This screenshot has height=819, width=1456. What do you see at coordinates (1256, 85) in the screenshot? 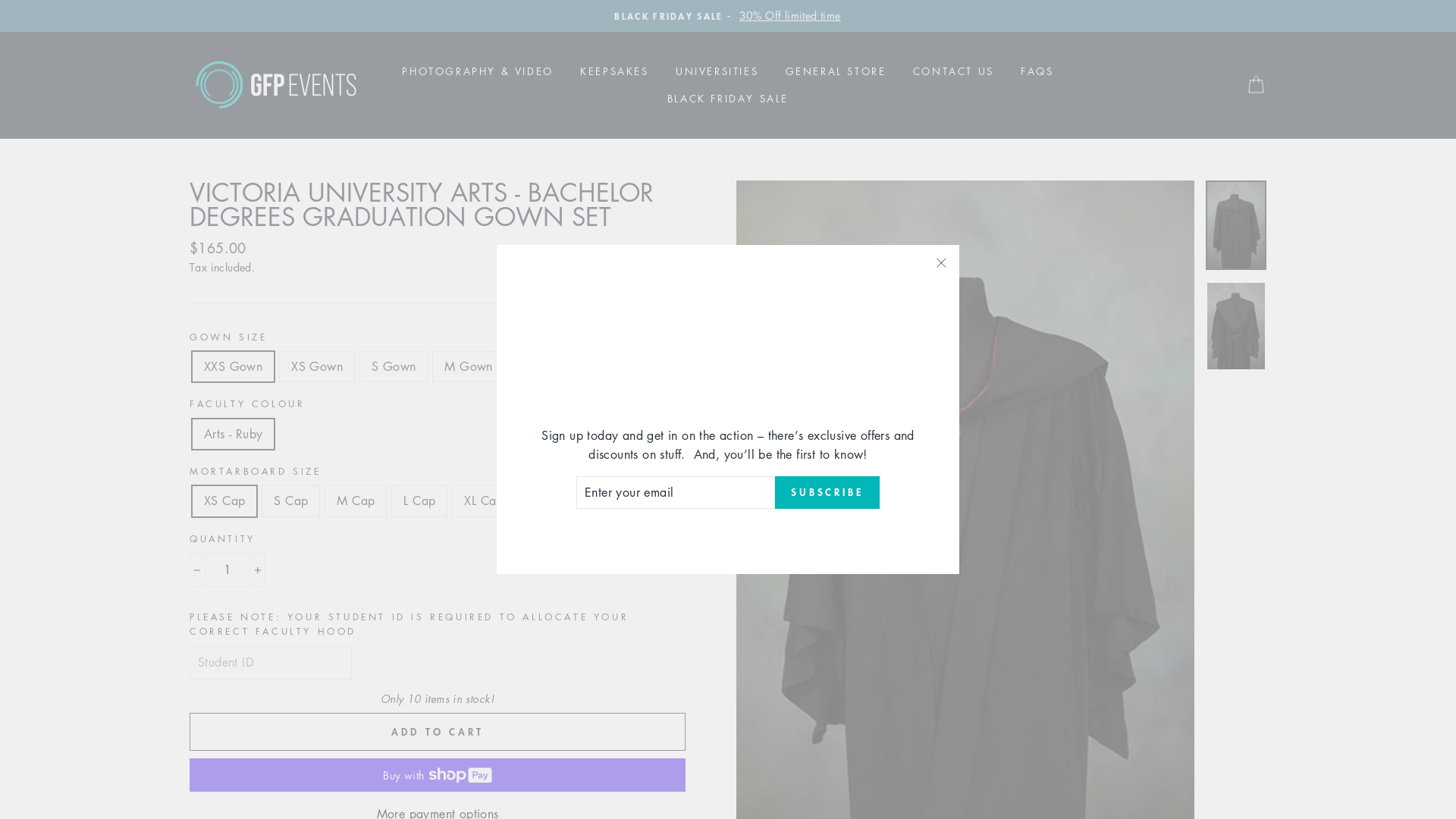
I see `'CART'` at bounding box center [1256, 85].